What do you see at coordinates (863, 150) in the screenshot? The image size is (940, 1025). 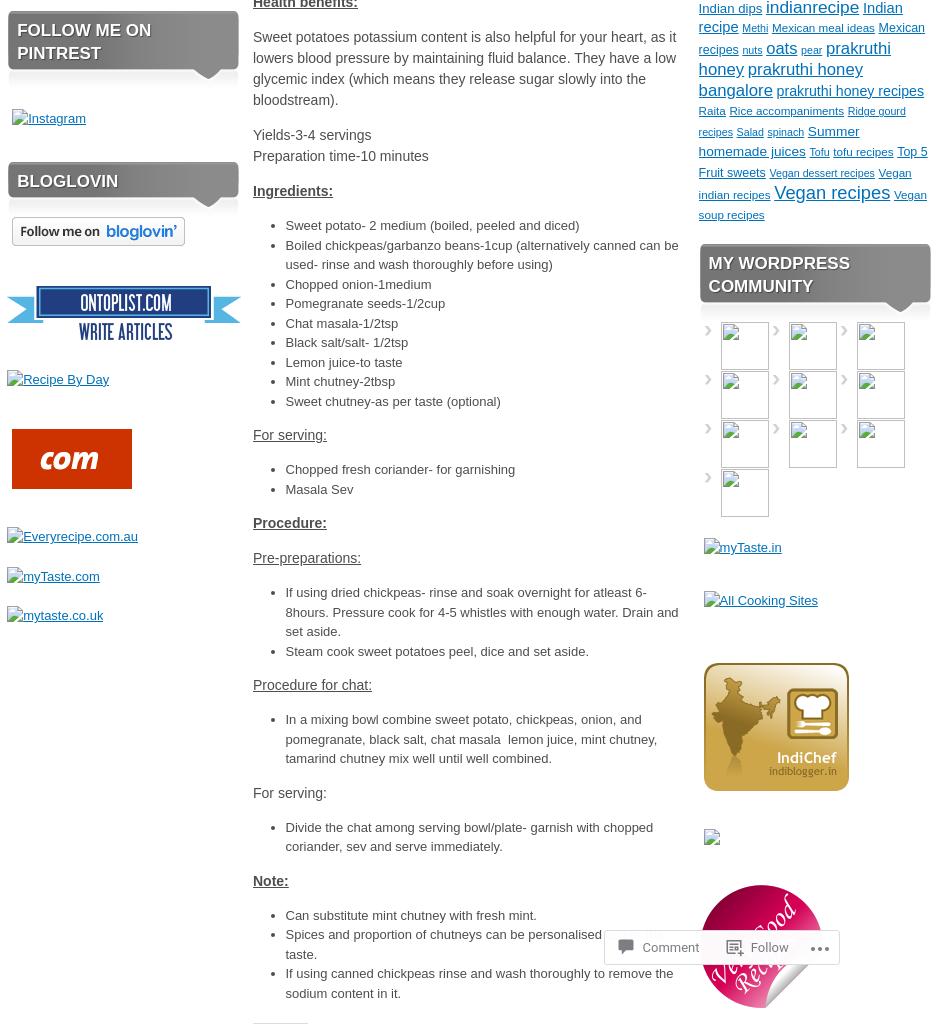 I see `'tofu recipes'` at bounding box center [863, 150].